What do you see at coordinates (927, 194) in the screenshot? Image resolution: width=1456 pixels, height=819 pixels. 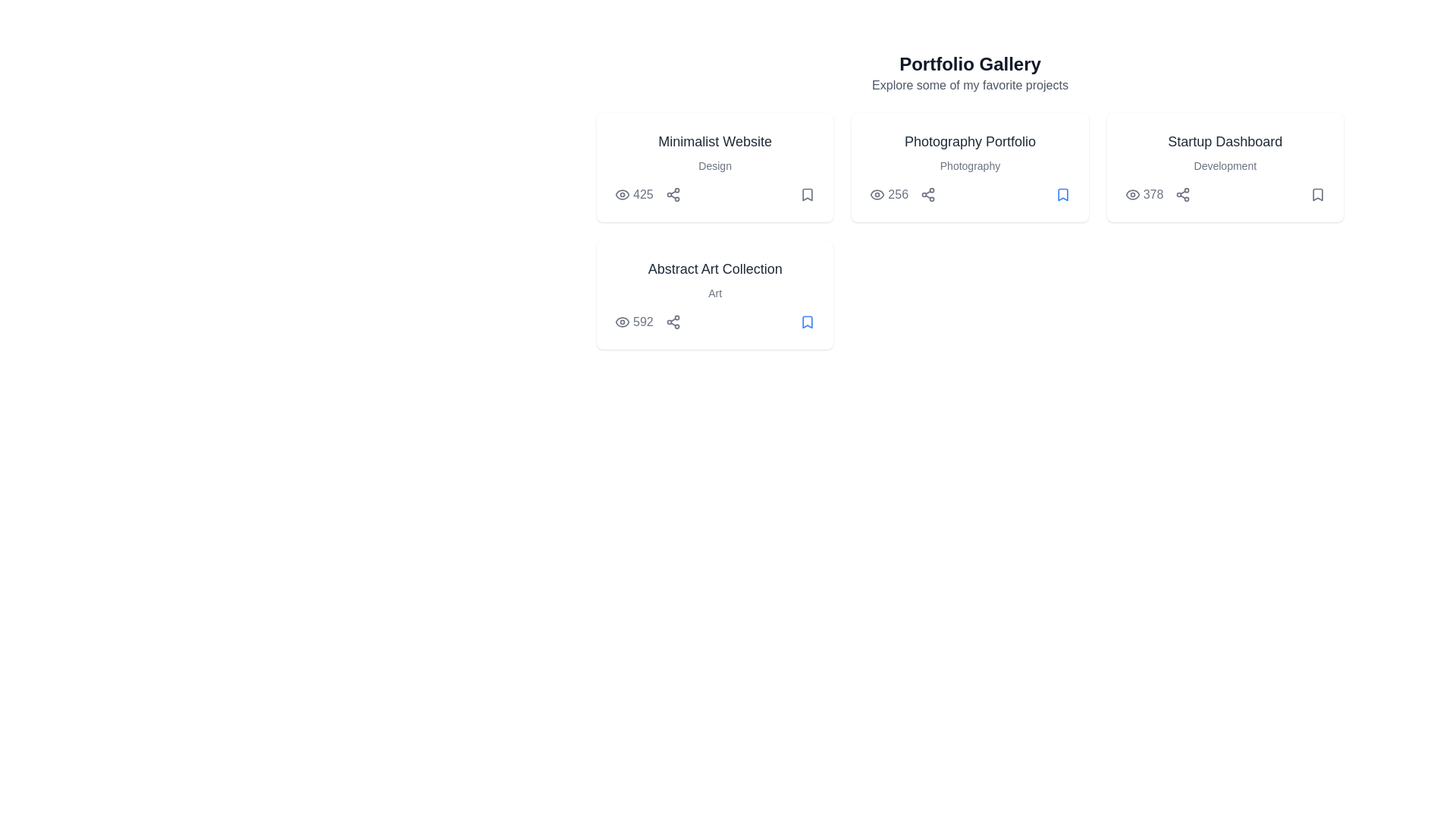 I see `the Icon Button representing interconnected points located to the right of the count number '256' in the 'Photography Portfolio' card` at bounding box center [927, 194].